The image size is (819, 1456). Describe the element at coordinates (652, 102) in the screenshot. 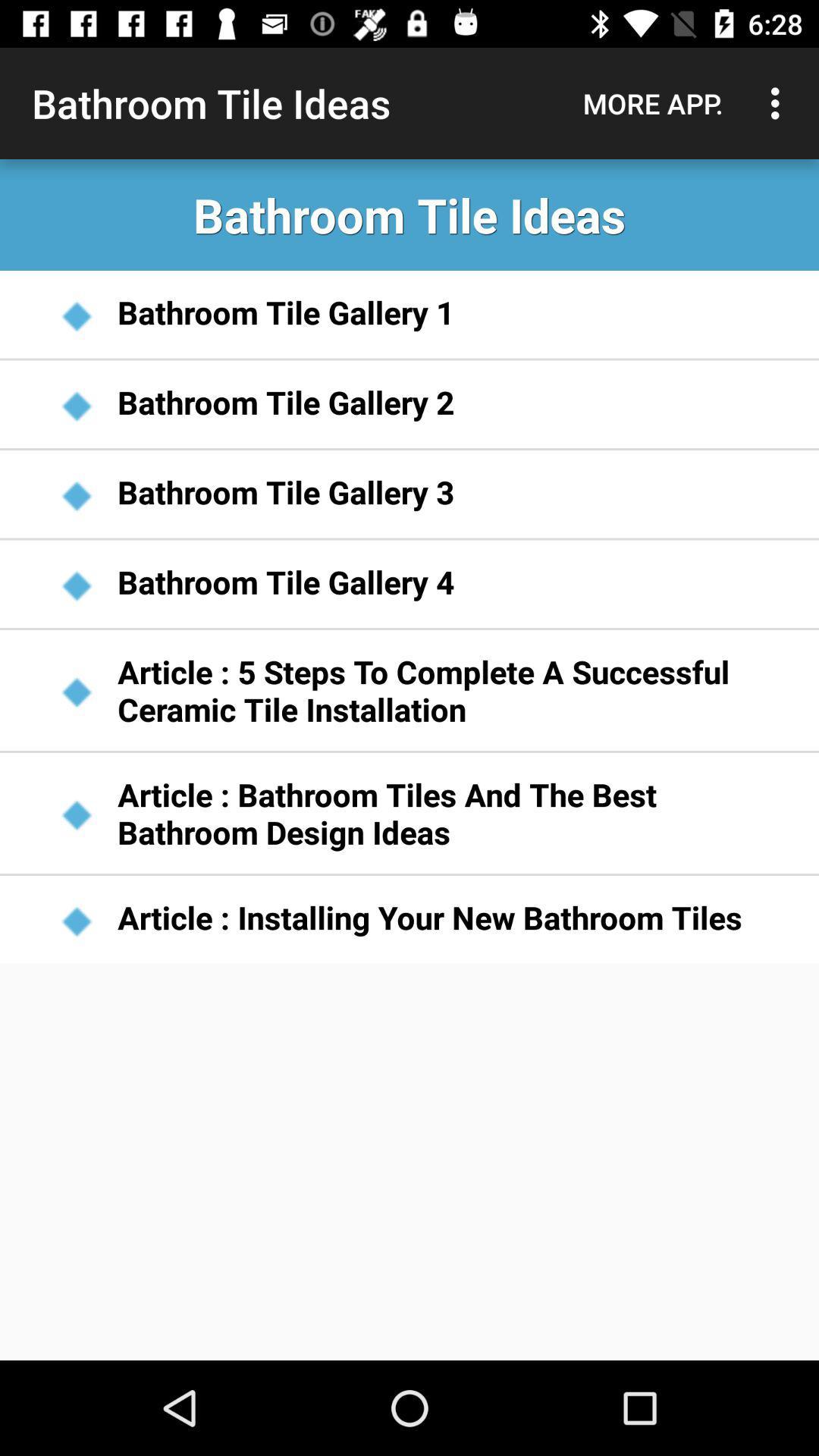

I see `the item next to bathroom tile ideas item` at that location.